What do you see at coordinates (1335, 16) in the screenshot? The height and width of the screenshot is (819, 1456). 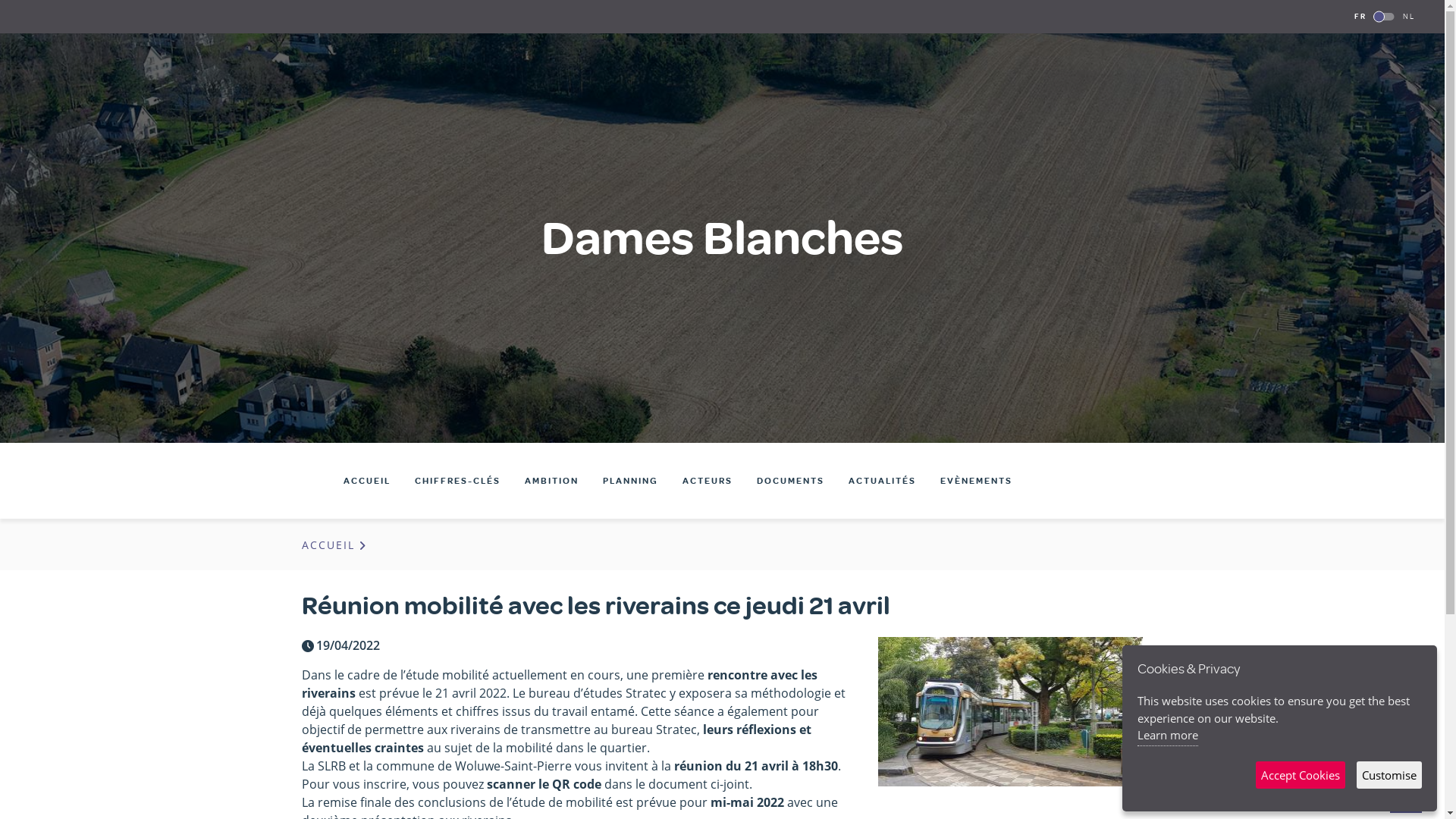 I see `'FR'` at bounding box center [1335, 16].